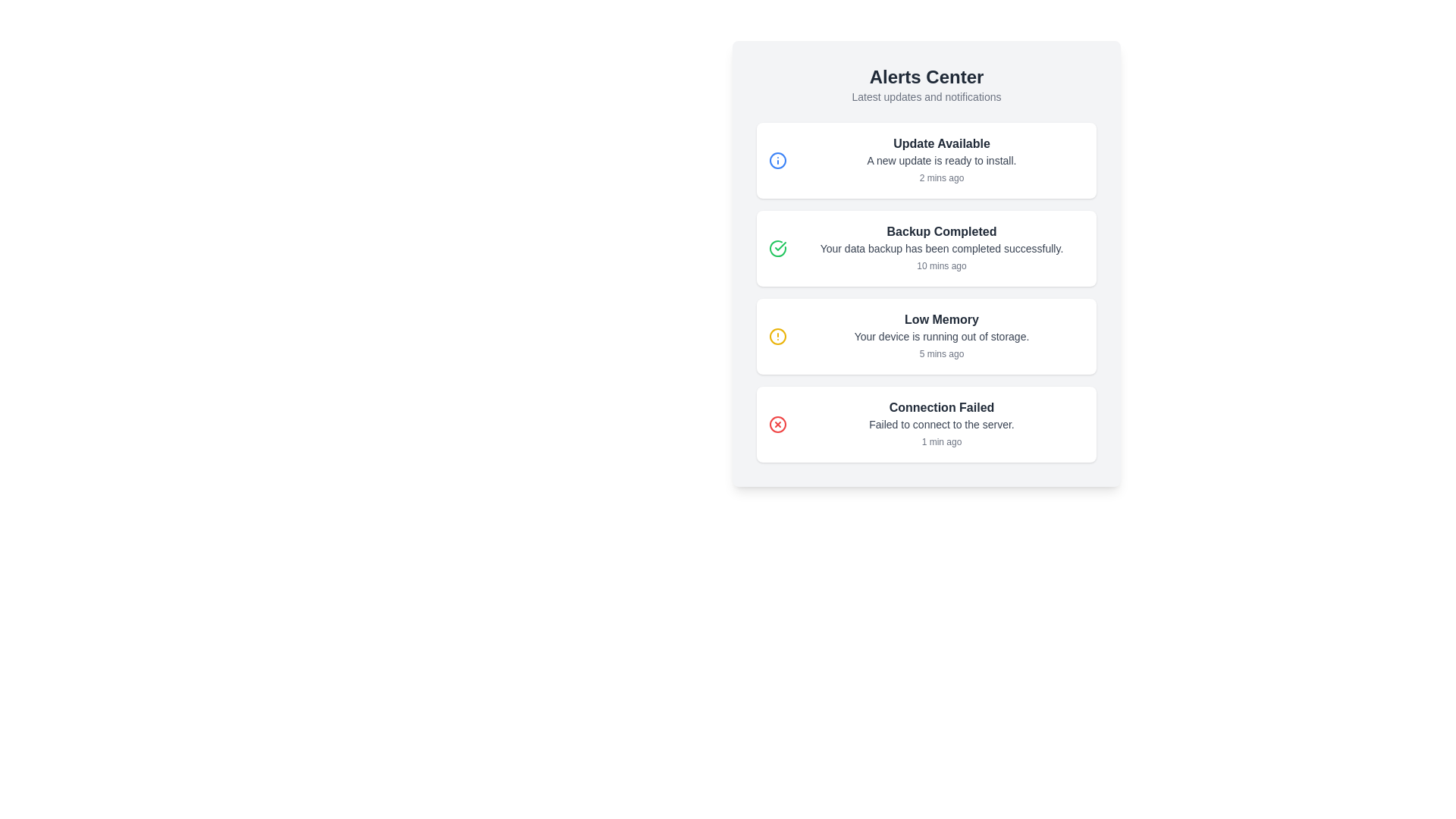  What do you see at coordinates (778, 424) in the screenshot?
I see `the red circular icon with a cross symbol in the 'Connection Failed' notification card, which is the fourth notification from the top in the notification list` at bounding box center [778, 424].